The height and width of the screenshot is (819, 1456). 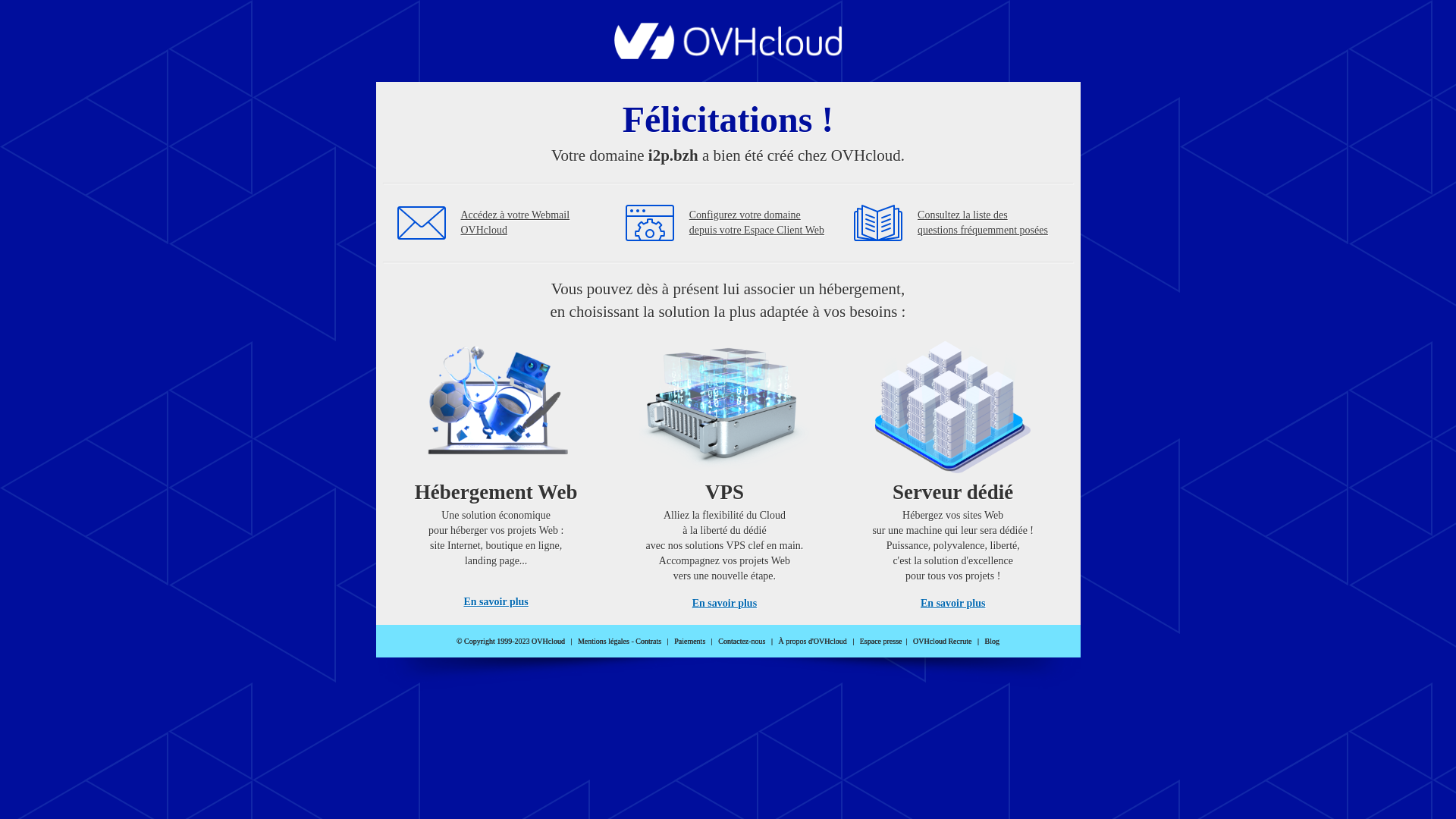 What do you see at coordinates (941, 641) in the screenshot?
I see `'OVHcloud Recrute'` at bounding box center [941, 641].